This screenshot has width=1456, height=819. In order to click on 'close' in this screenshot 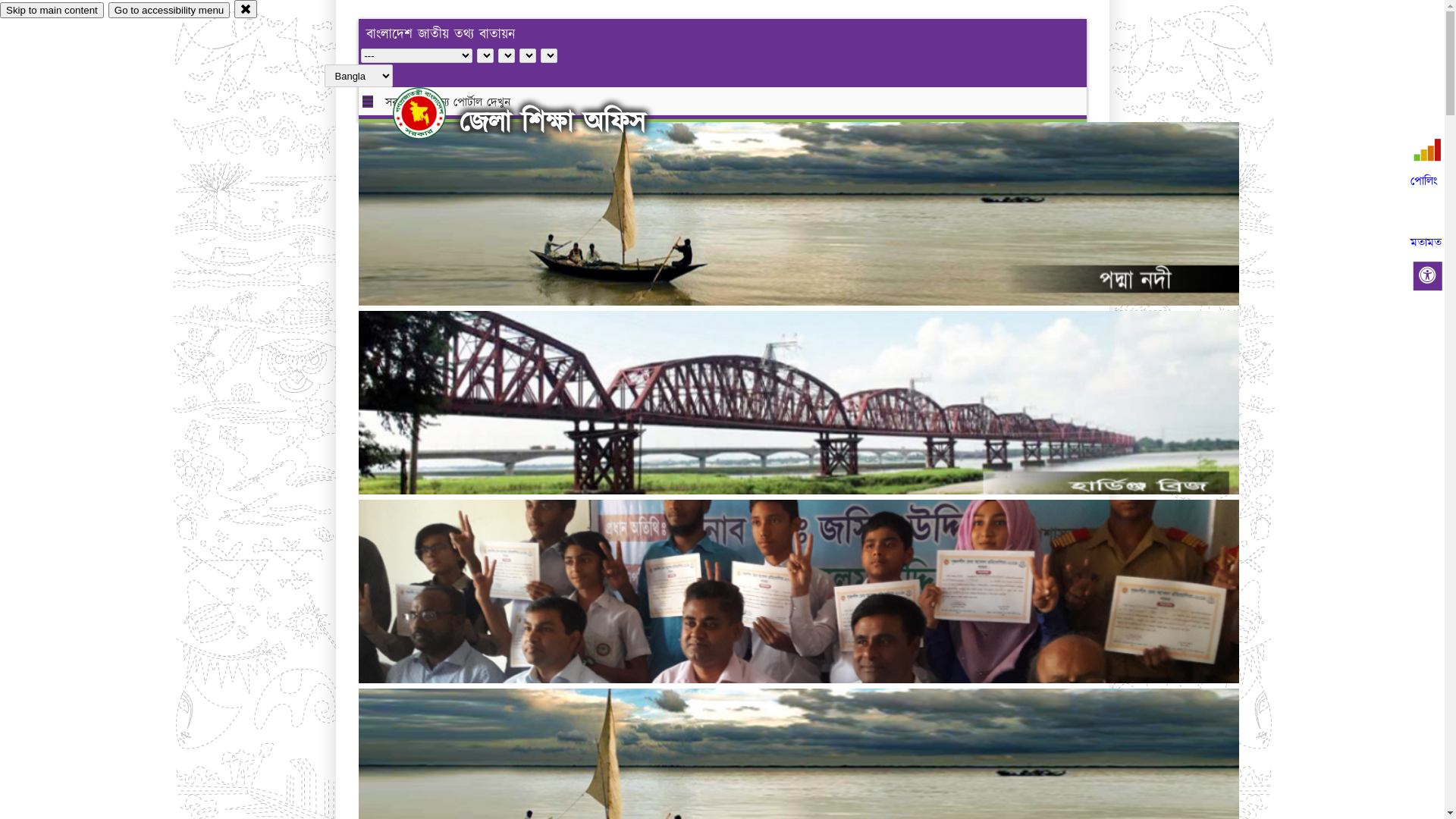, I will do `click(233, 8)`.